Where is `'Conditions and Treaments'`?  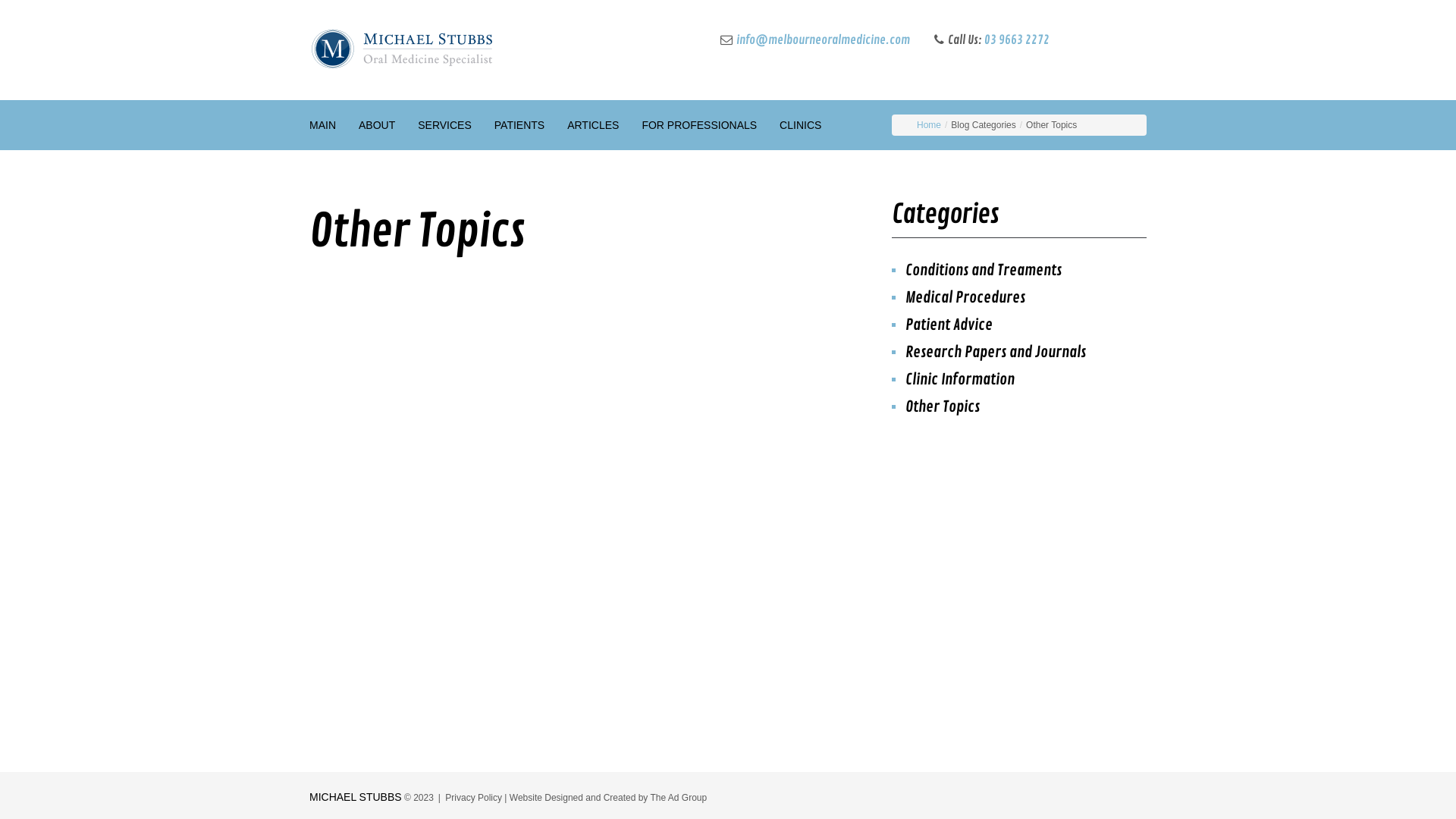
'Conditions and Treaments' is located at coordinates (983, 269).